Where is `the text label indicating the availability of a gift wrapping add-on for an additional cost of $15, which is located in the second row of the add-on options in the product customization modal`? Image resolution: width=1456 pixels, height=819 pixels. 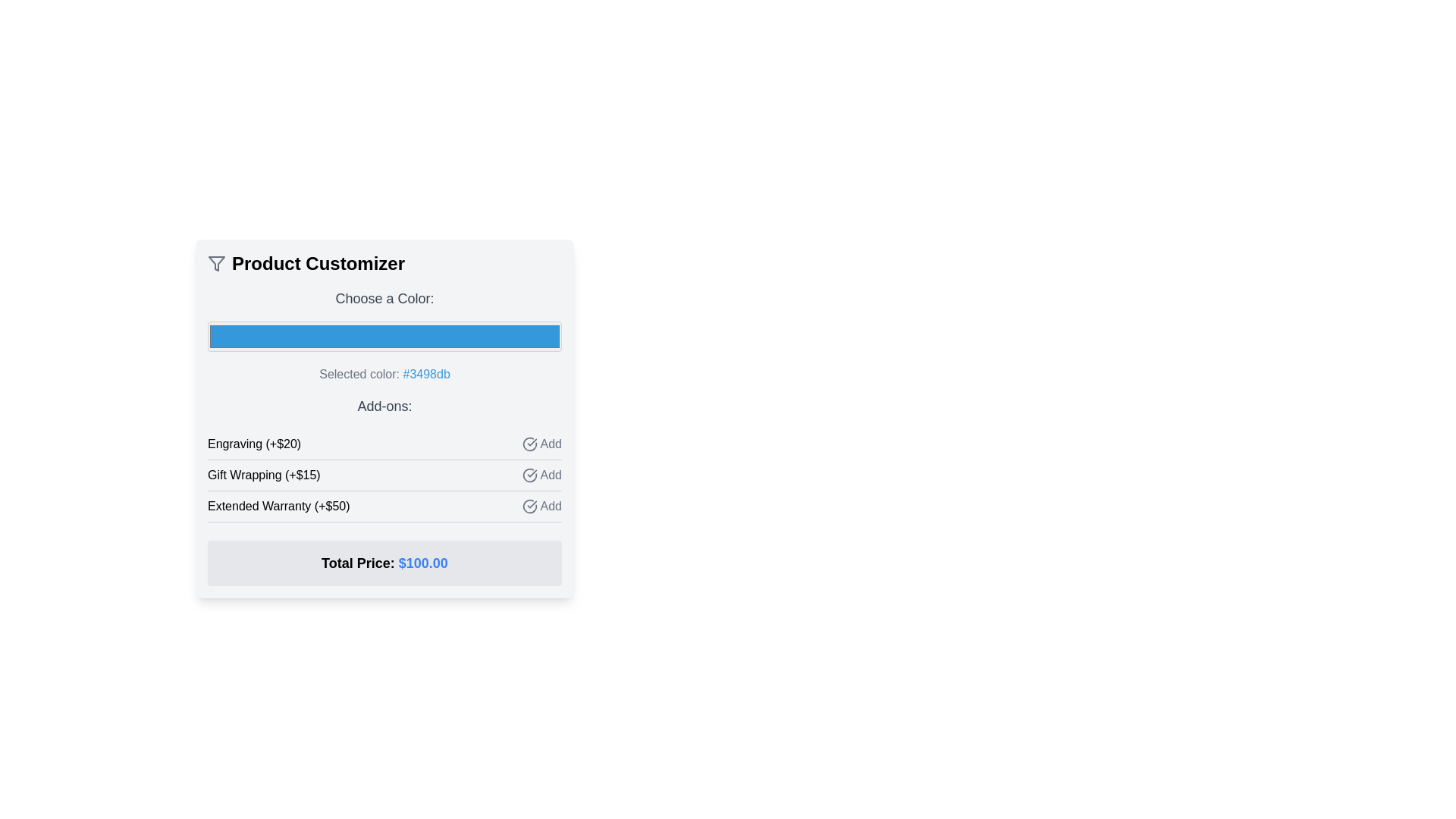 the text label indicating the availability of a gift wrapping add-on for an additional cost of $15, which is located in the second row of the add-on options in the product customization modal is located at coordinates (264, 475).